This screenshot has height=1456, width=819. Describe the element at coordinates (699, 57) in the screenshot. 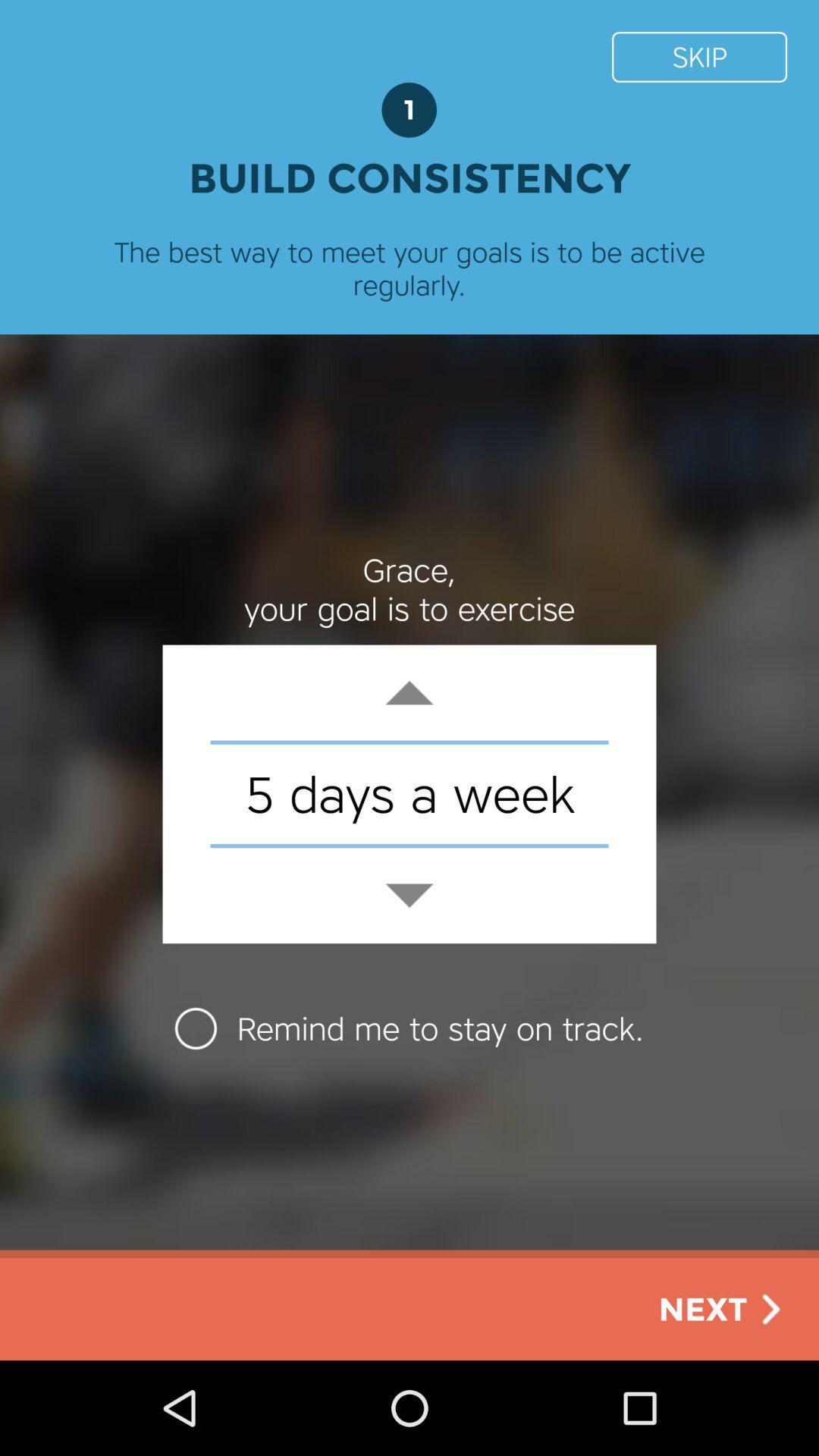

I see `the item above build consistency icon` at that location.